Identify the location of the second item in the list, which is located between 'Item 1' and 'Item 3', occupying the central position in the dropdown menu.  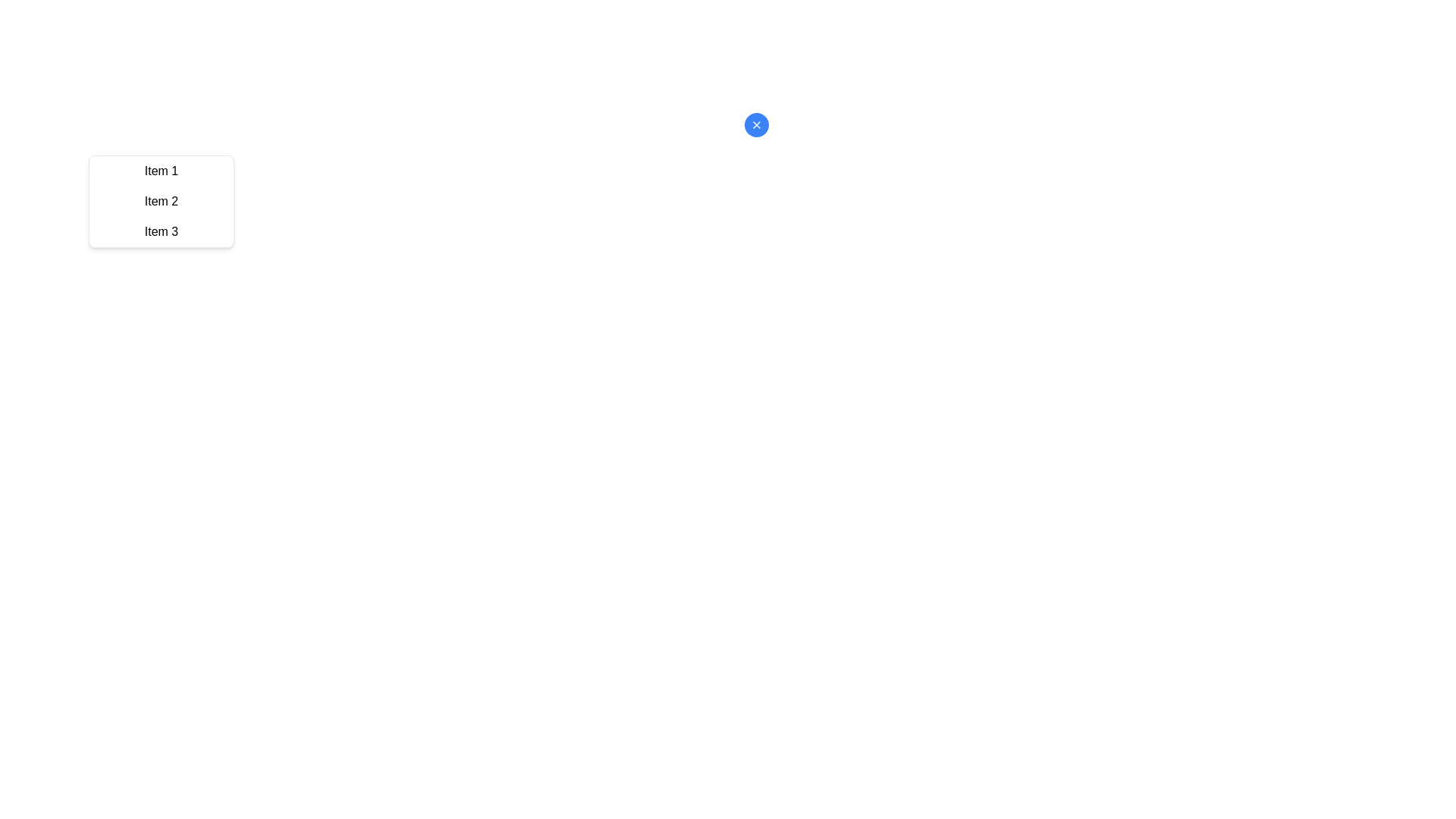
(161, 201).